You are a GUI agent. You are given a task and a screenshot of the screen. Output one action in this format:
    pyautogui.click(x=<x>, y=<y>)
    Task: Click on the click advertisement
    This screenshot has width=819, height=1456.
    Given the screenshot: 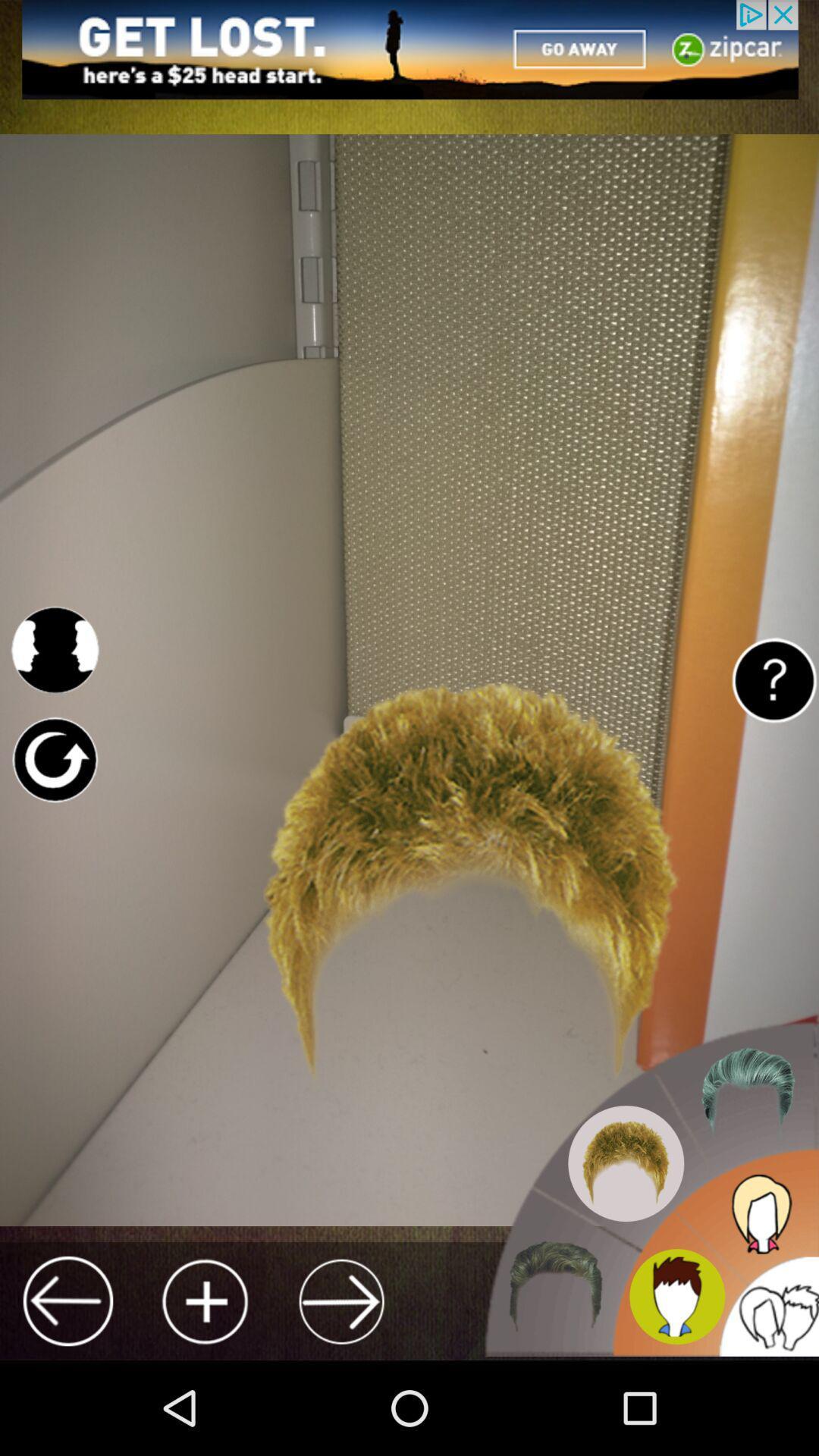 What is the action you would take?
    pyautogui.click(x=409, y=49)
    